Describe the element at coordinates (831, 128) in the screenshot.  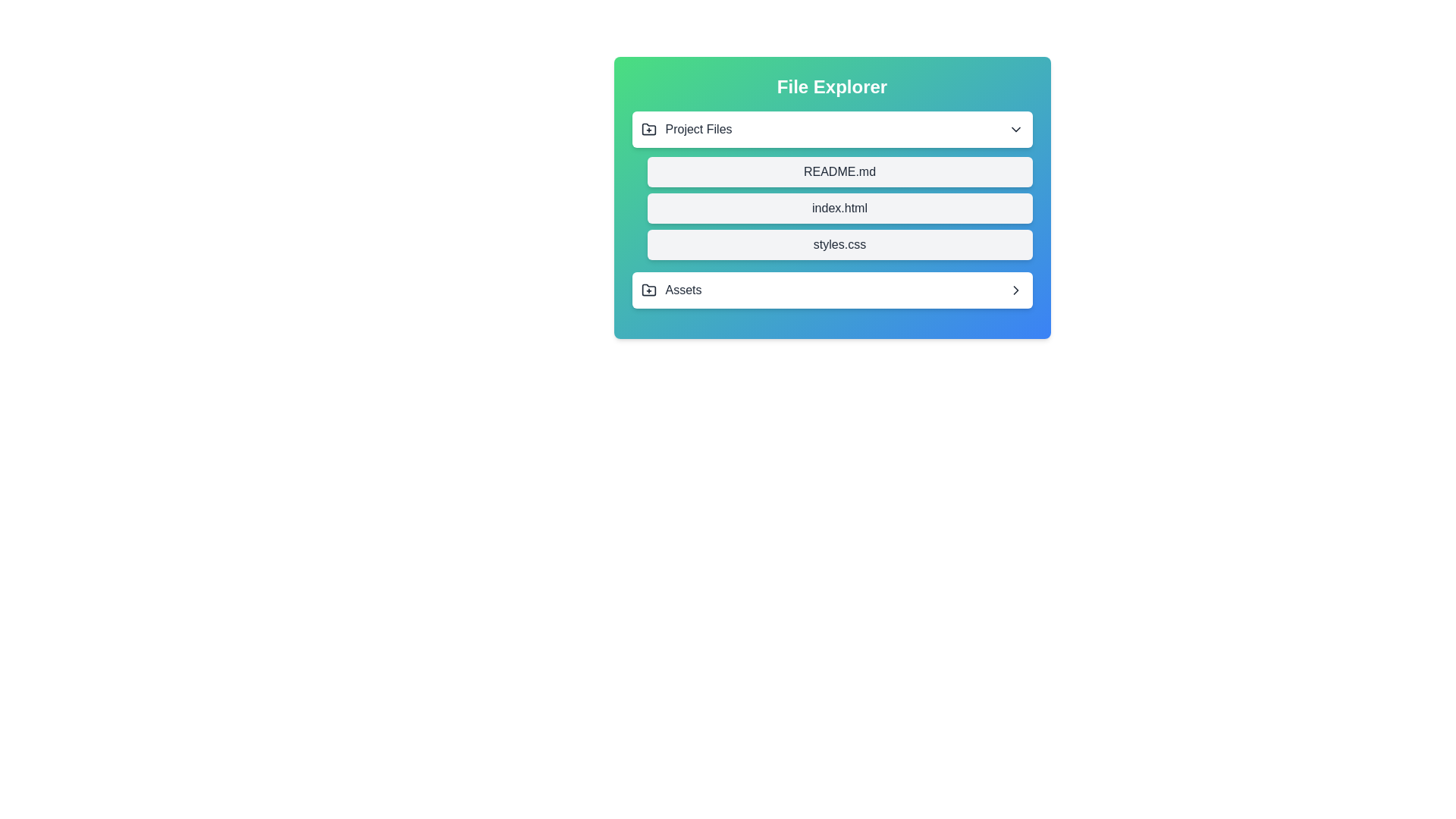
I see `the folder representation located at the top of the file list in the 'File Explorer' interface` at that location.